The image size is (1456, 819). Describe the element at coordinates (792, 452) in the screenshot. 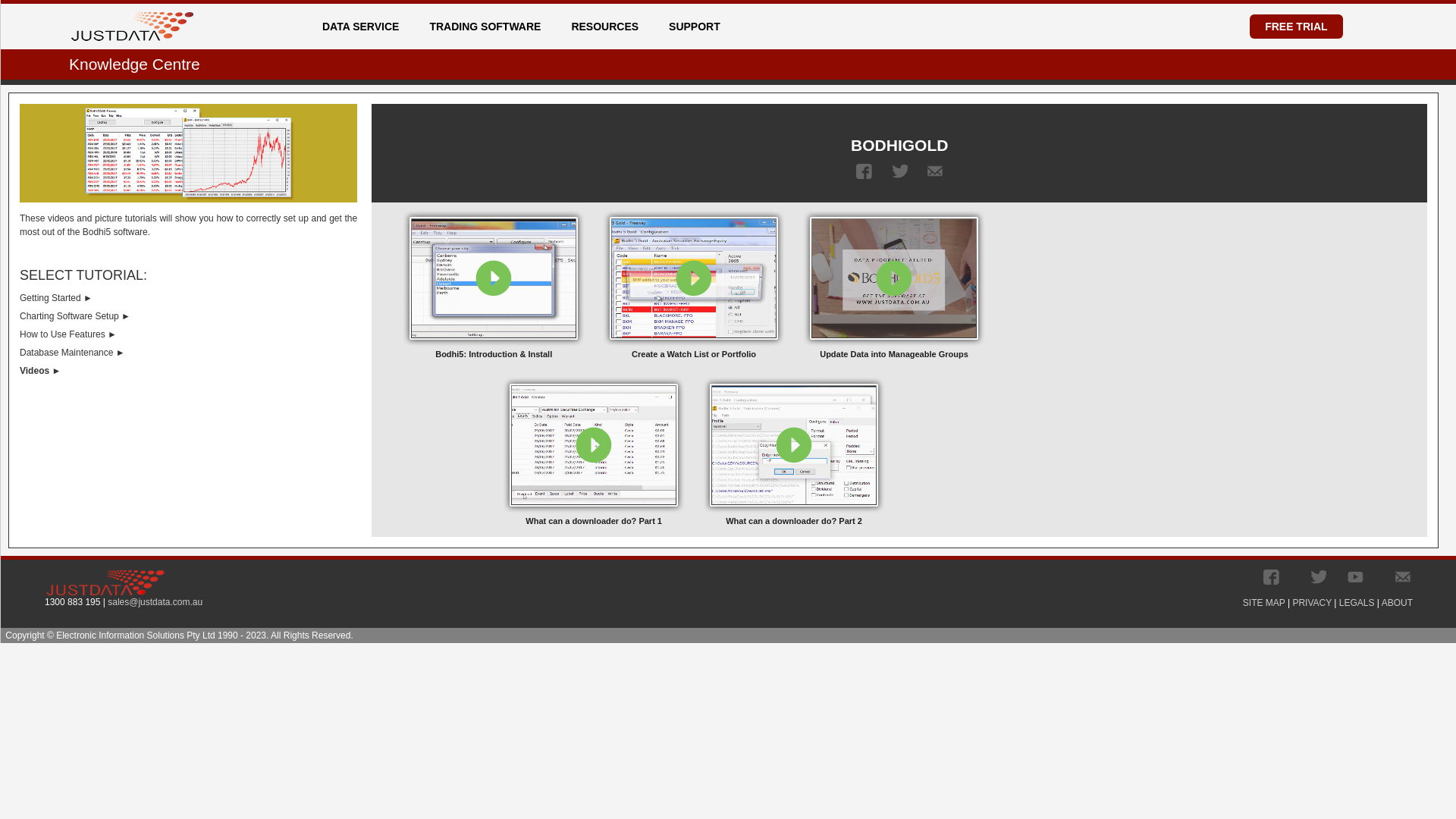

I see `'What can a downloader do? Part 2'` at that location.